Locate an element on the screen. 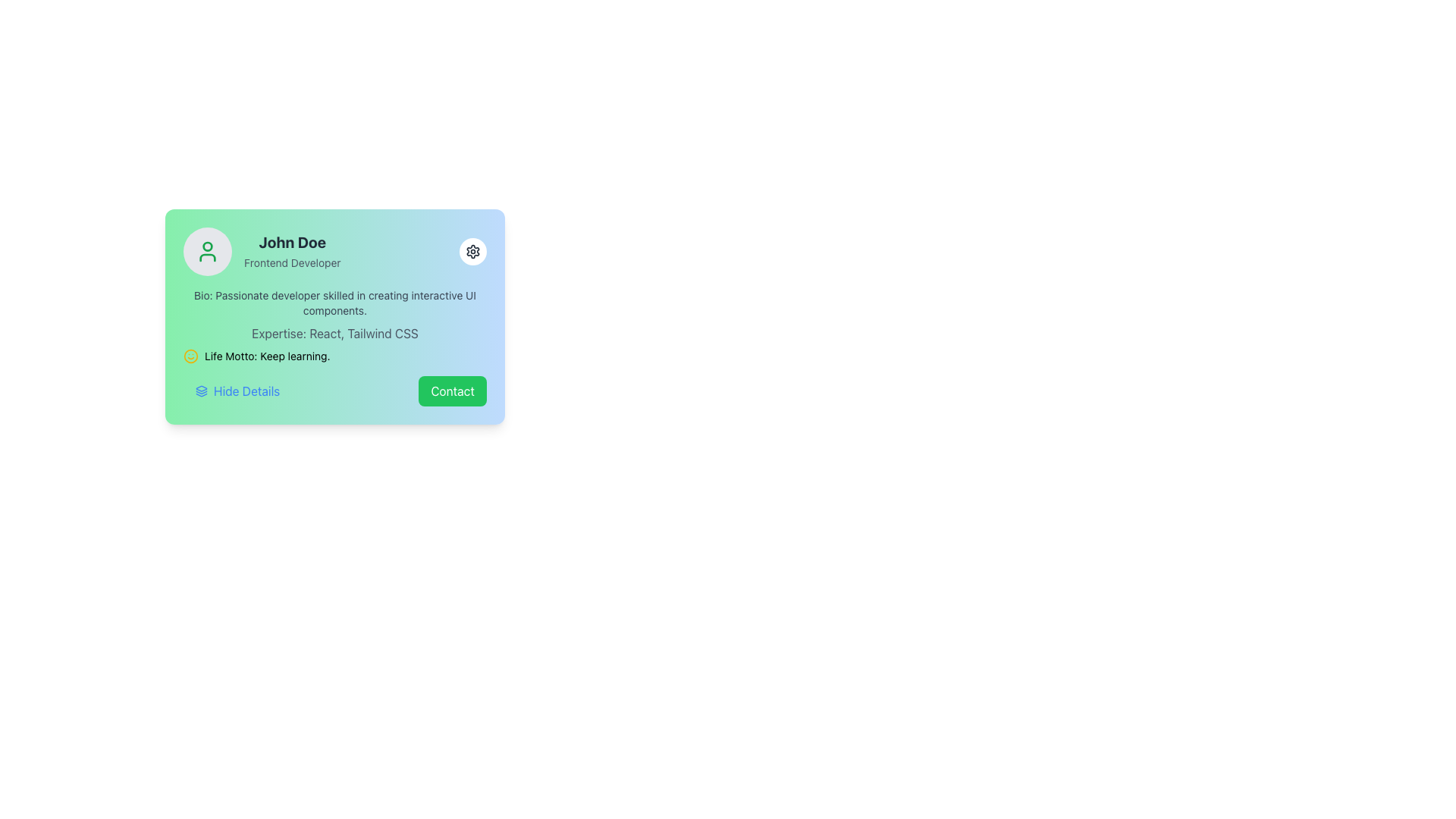 This screenshot has height=819, width=1456. the gear icon in the top-right corner of the user profile card that provides access to settings or options is located at coordinates (472, 250).